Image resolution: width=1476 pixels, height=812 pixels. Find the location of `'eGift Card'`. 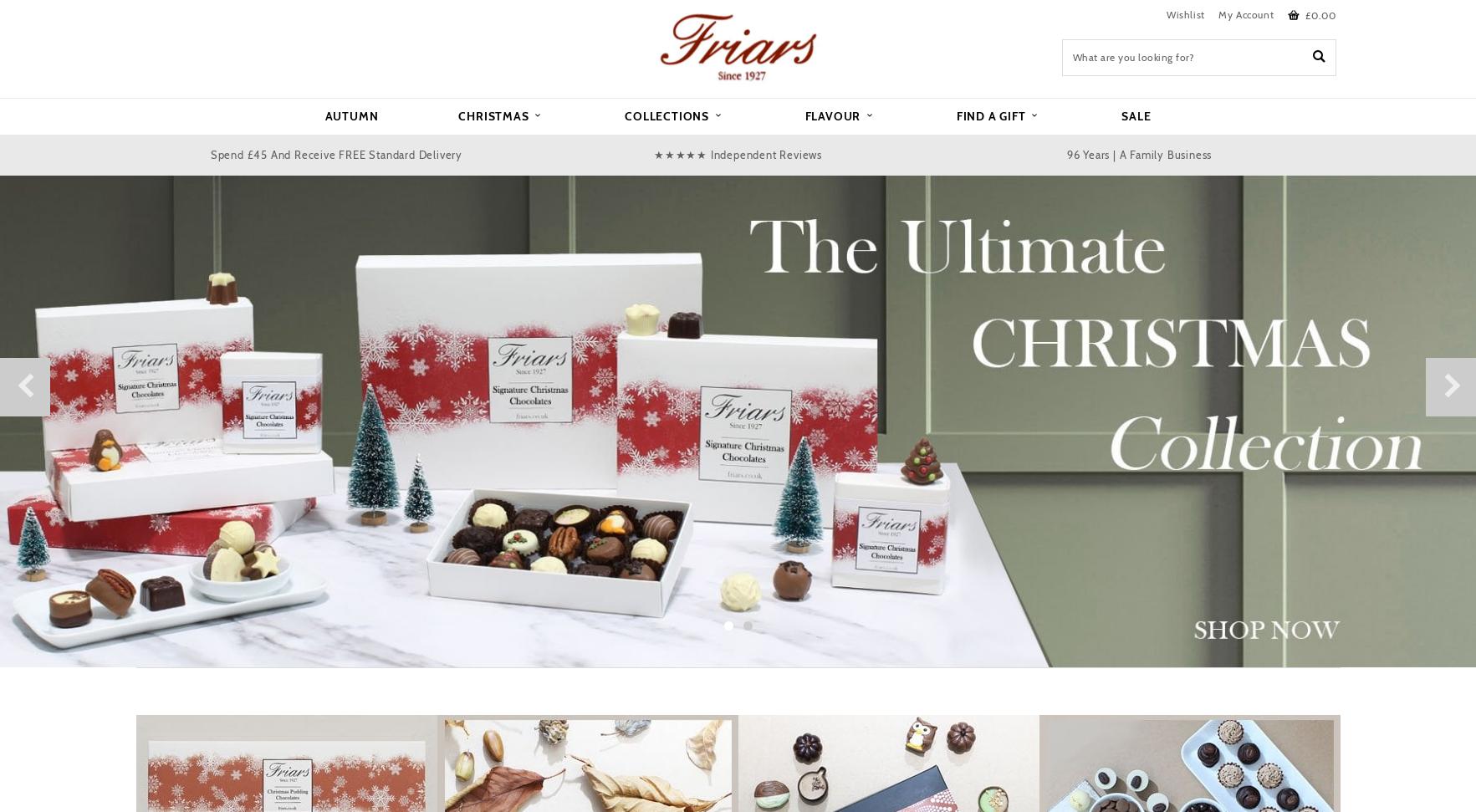

'eGift Card' is located at coordinates (668, 297).